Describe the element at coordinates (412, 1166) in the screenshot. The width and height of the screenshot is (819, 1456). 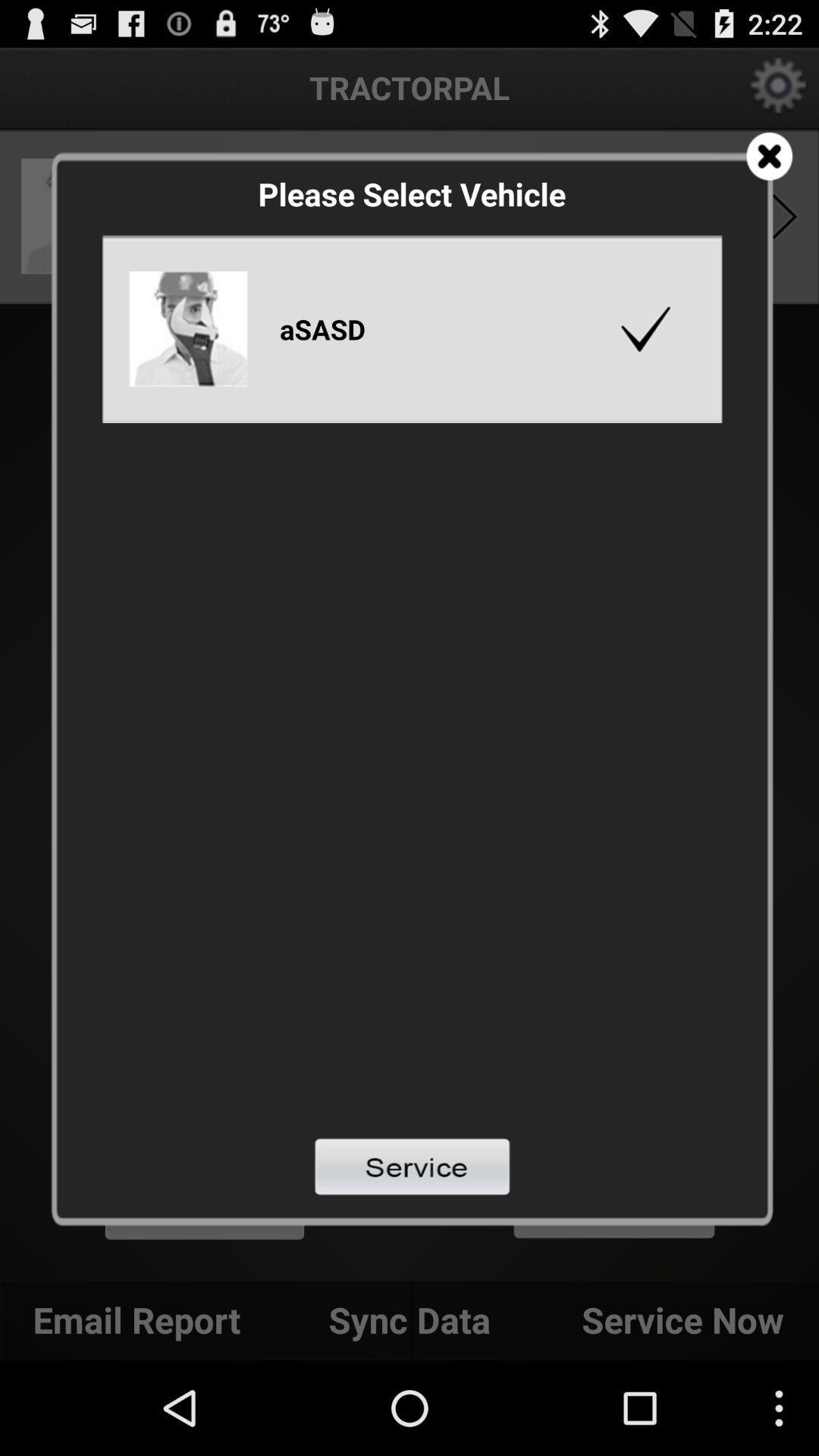
I see `click for service` at that location.